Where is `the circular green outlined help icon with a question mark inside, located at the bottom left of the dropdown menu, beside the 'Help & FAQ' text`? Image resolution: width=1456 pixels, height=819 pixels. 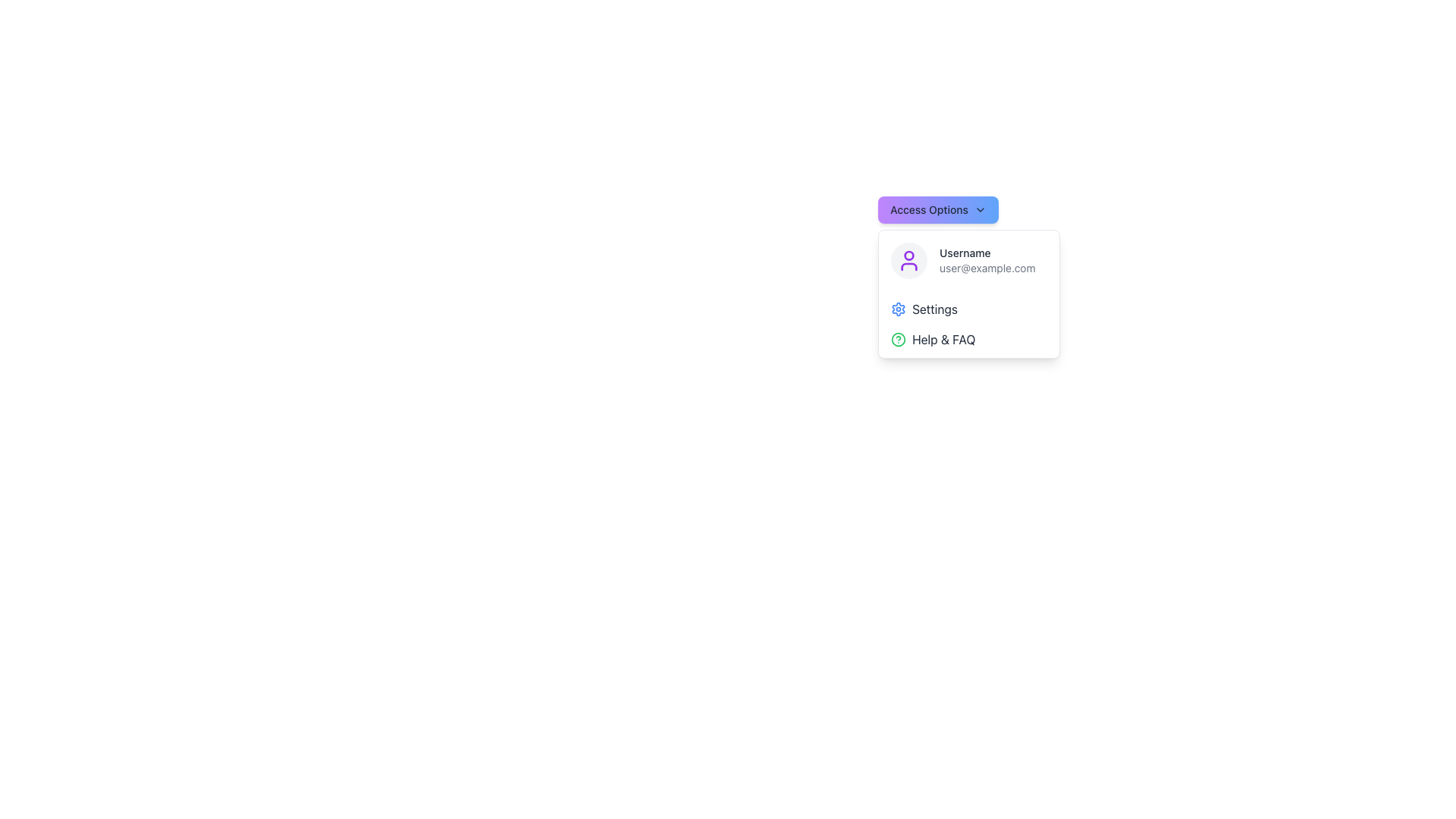
the circular green outlined help icon with a question mark inside, located at the bottom left of the dropdown menu, beside the 'Help & FAQ' text is located at coordinates (899, 338).